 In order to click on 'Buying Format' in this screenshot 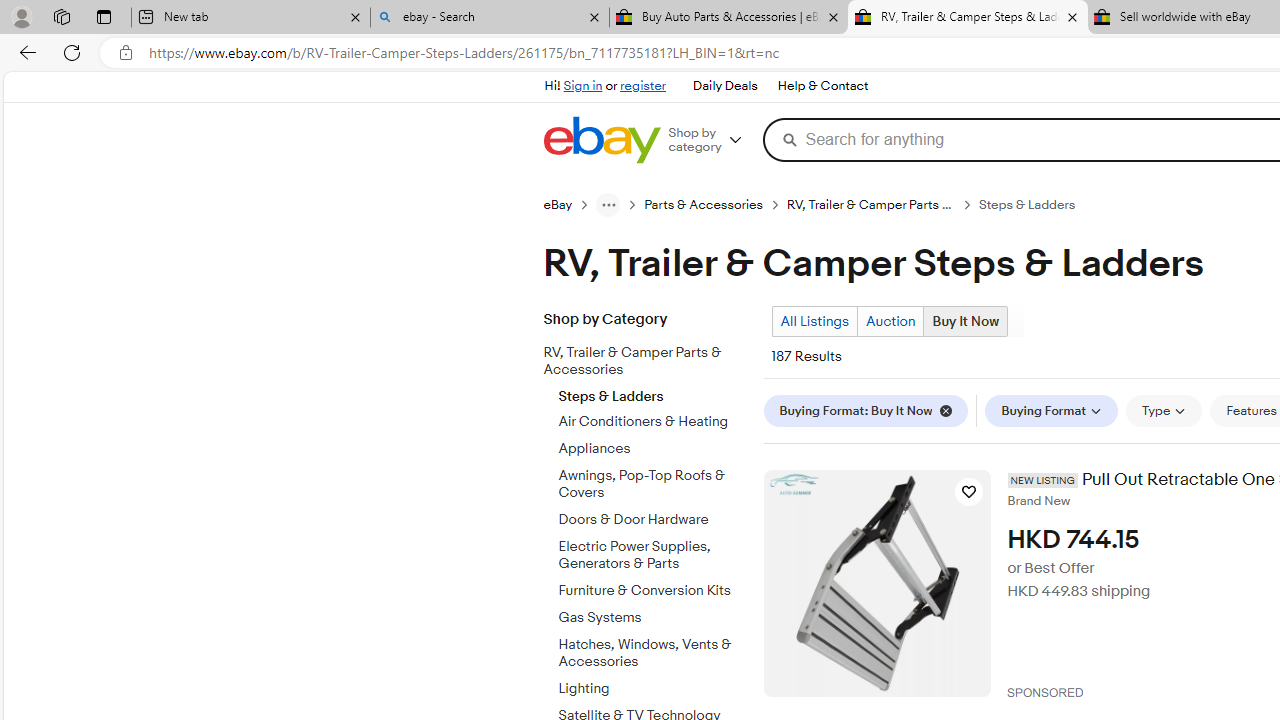, I will do `click(1051, 410)`.